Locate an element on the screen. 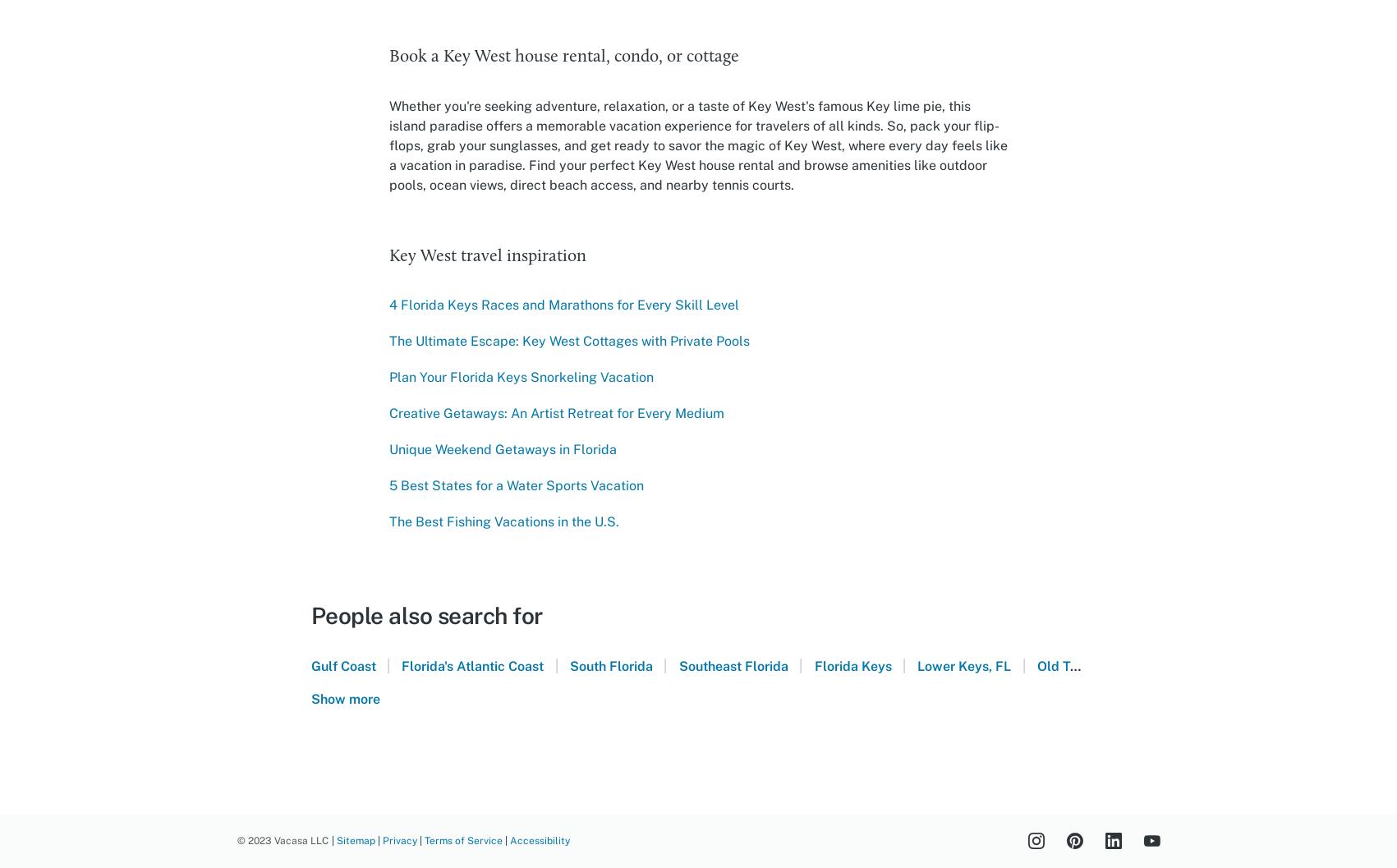  'The Best Fishing Vacations in the U.S.' is located at coordinates (503, 521).